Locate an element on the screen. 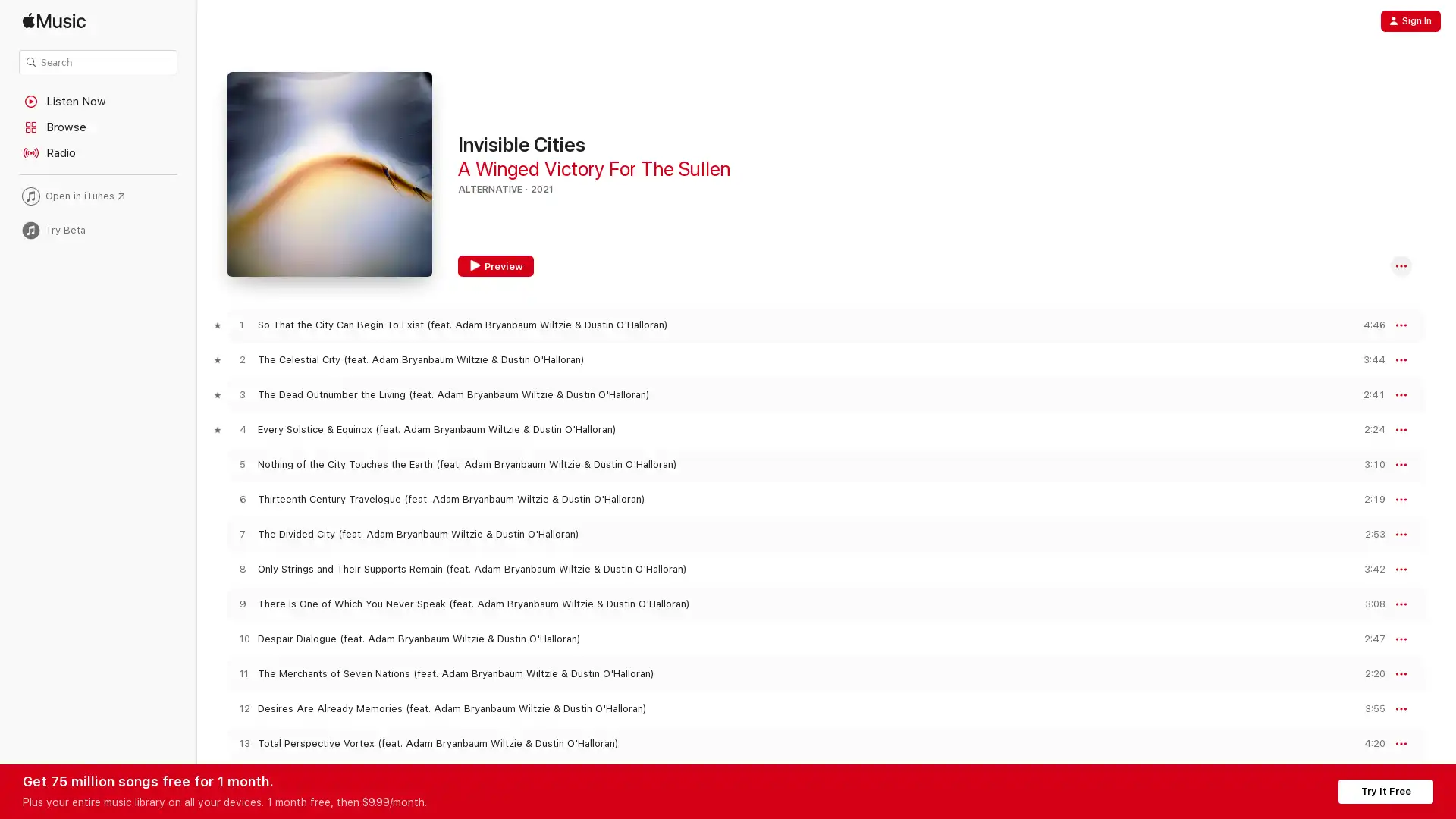  More is located at coordinates (1401, 464).